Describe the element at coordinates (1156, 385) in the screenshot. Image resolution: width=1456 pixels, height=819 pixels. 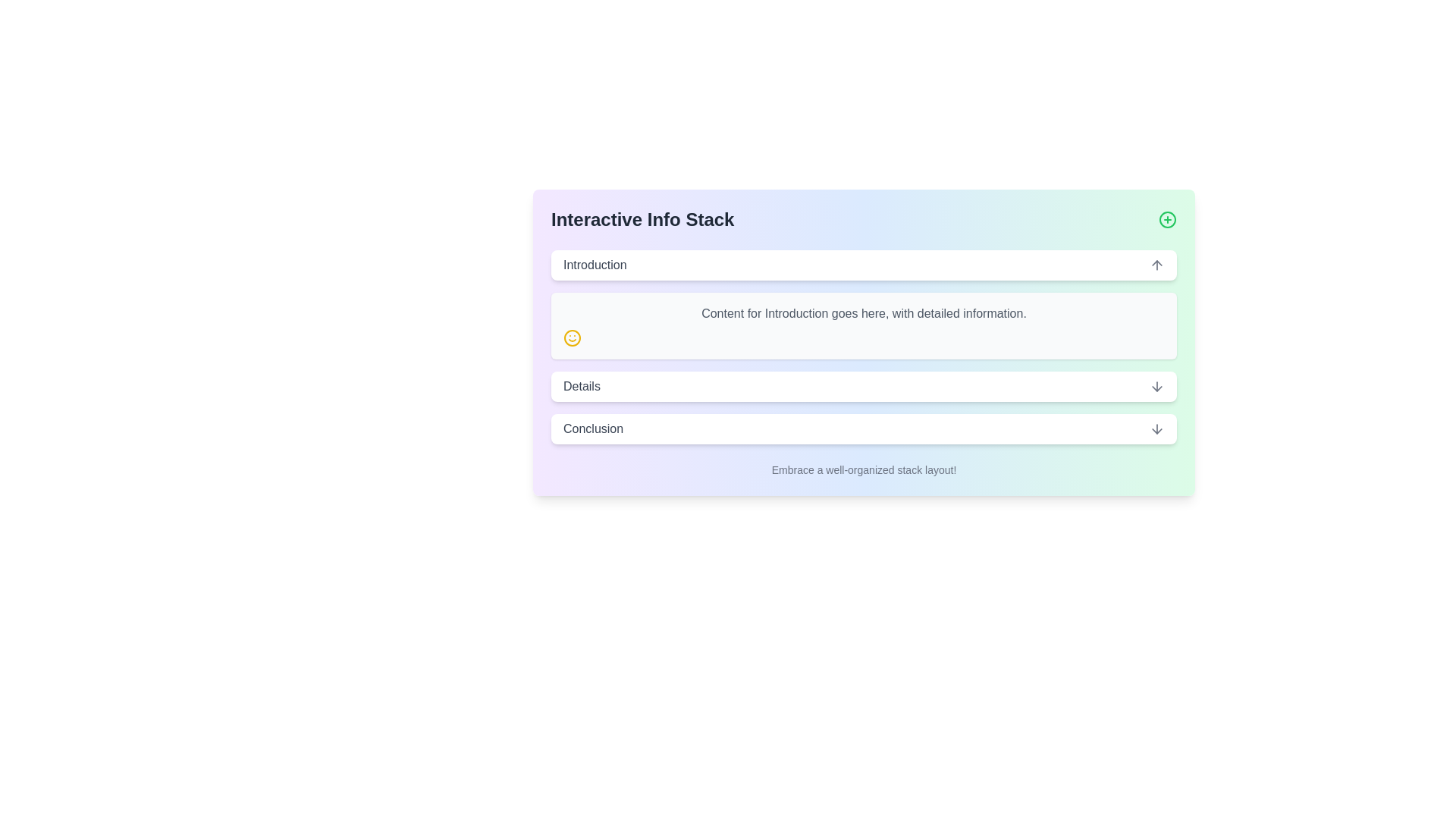
I see `the small downwards-pointing arrow icon located on the right side of the 'Details' text within the white rectangular button` at that location.